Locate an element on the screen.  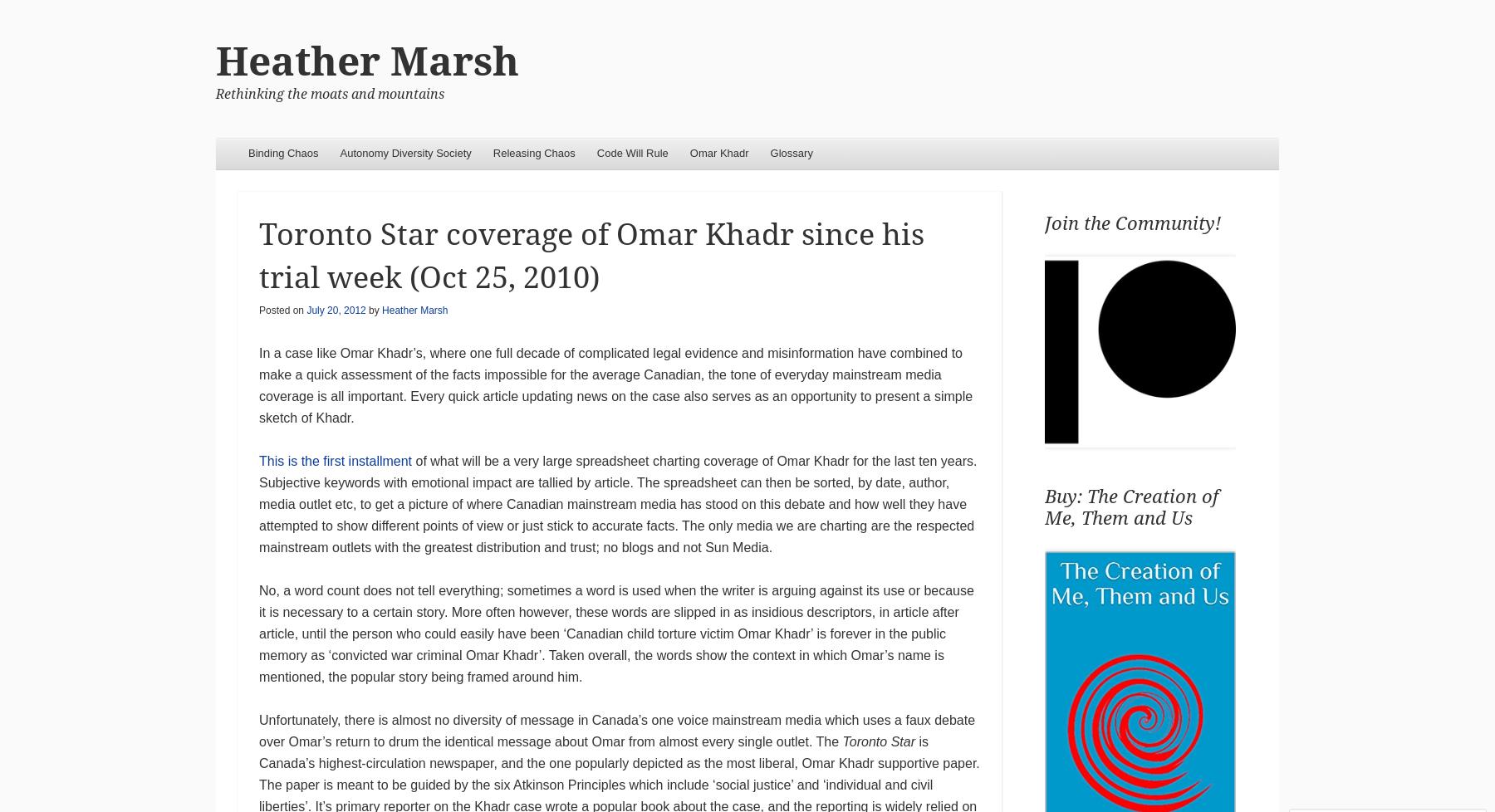
'Posted on' is located at coordinates (282, 309).